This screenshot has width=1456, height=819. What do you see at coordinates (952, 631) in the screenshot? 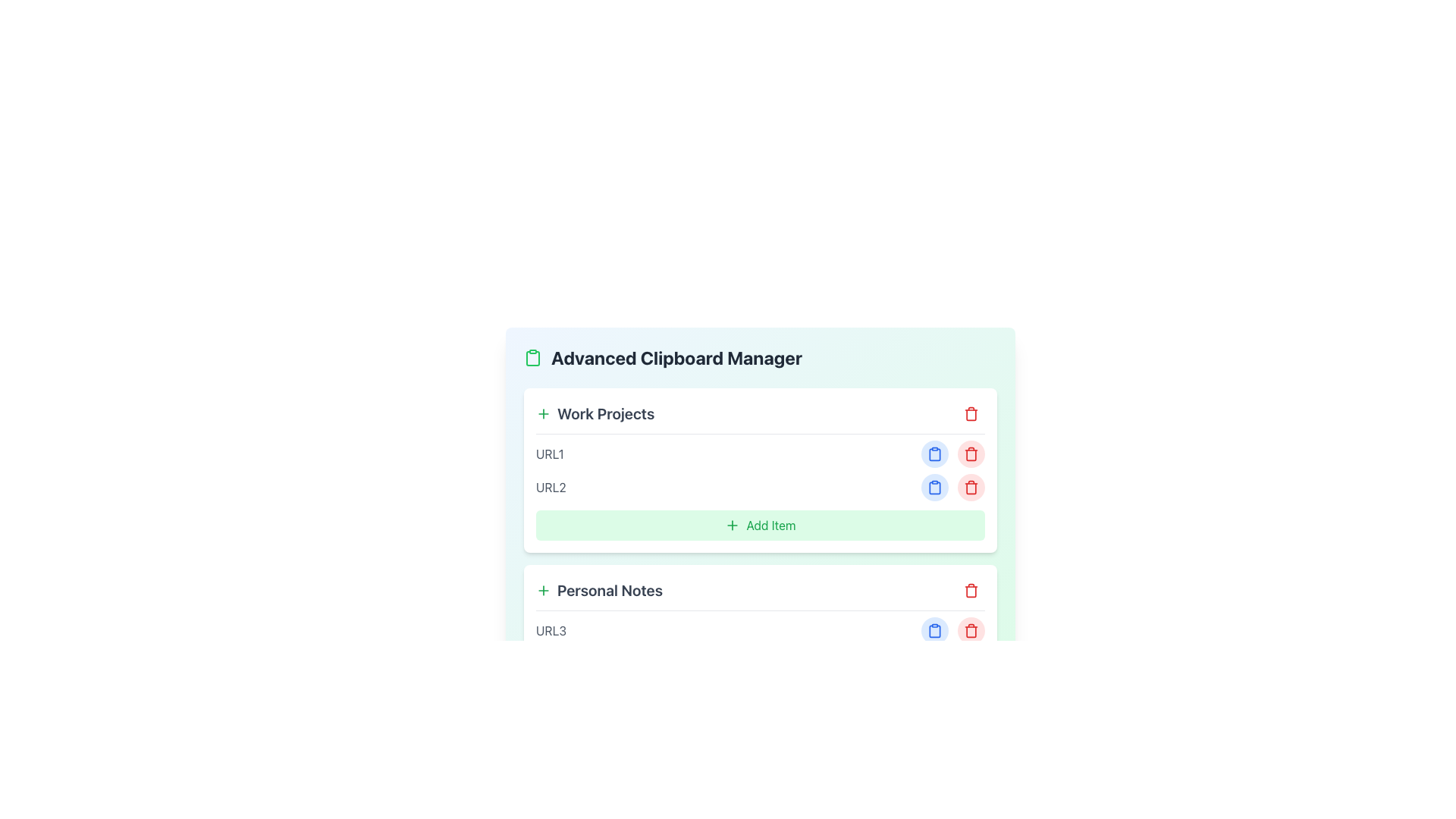
I see `the 'Copy' button, which is the blue circular button labeled 'Copy' in the group of interactive buttons associated with 'URL3' in the 'Personal Notes' section` at bounding box center [952, 631].